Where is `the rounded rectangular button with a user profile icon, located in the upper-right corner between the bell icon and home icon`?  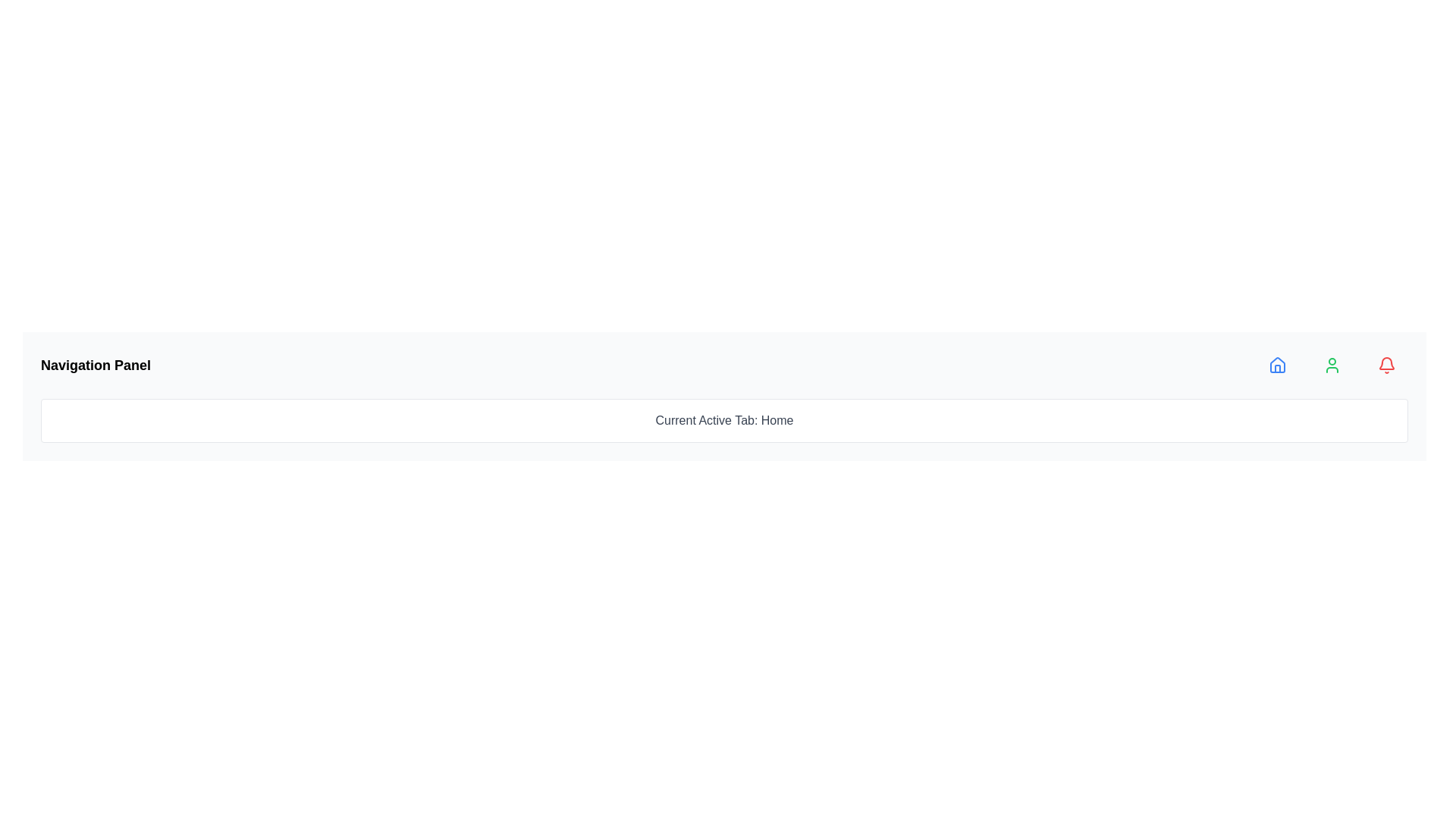
the rounded rectangular button with a user profile icon, located in the upper-right corner between the bell icon and home icon is located at coordinates (1331, 366).